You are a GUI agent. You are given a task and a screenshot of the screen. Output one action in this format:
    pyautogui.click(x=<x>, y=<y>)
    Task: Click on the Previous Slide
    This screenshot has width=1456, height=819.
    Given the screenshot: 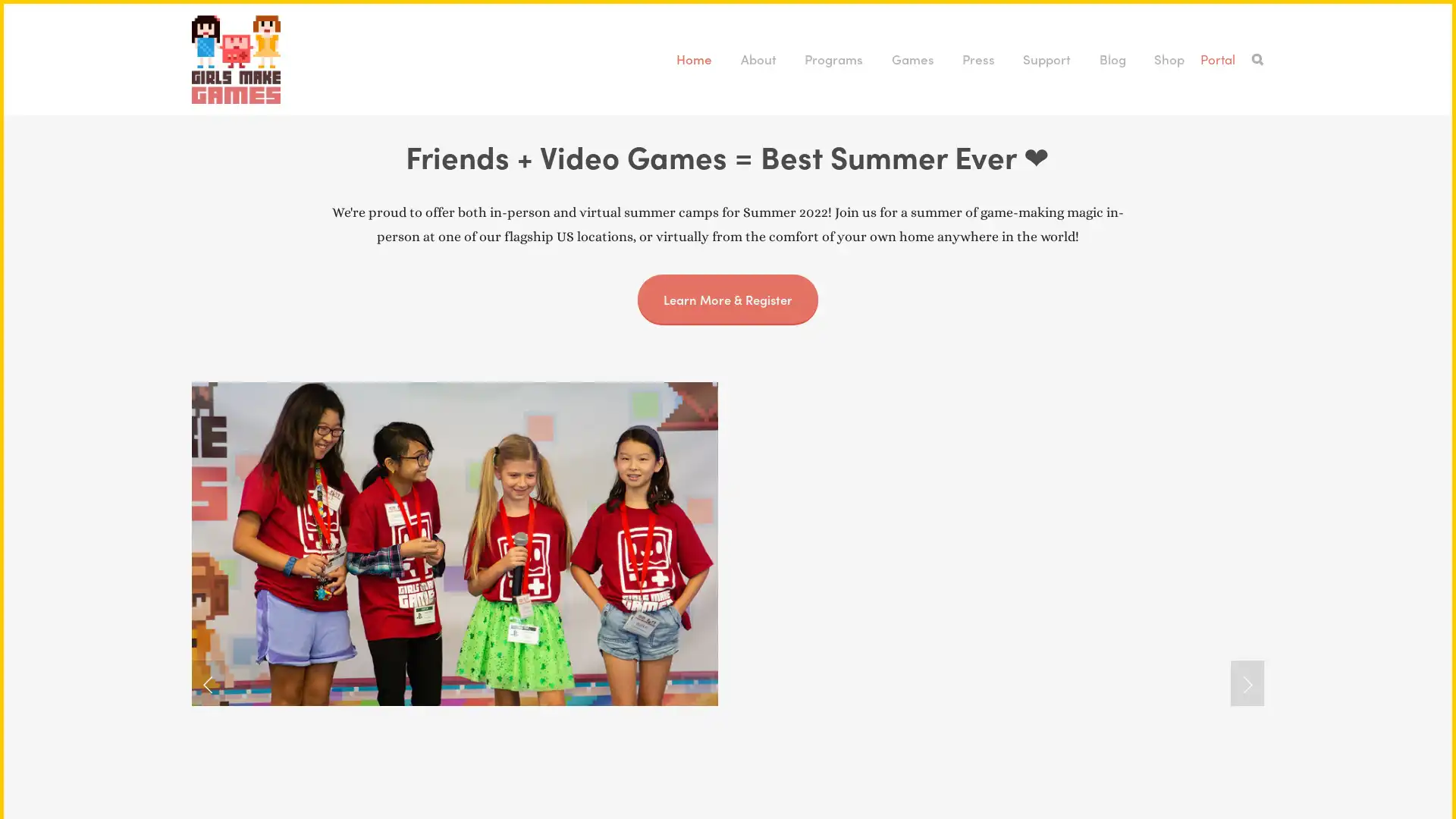 What is the action you would take?
    pyautogui.click(x=207, y=683)
    